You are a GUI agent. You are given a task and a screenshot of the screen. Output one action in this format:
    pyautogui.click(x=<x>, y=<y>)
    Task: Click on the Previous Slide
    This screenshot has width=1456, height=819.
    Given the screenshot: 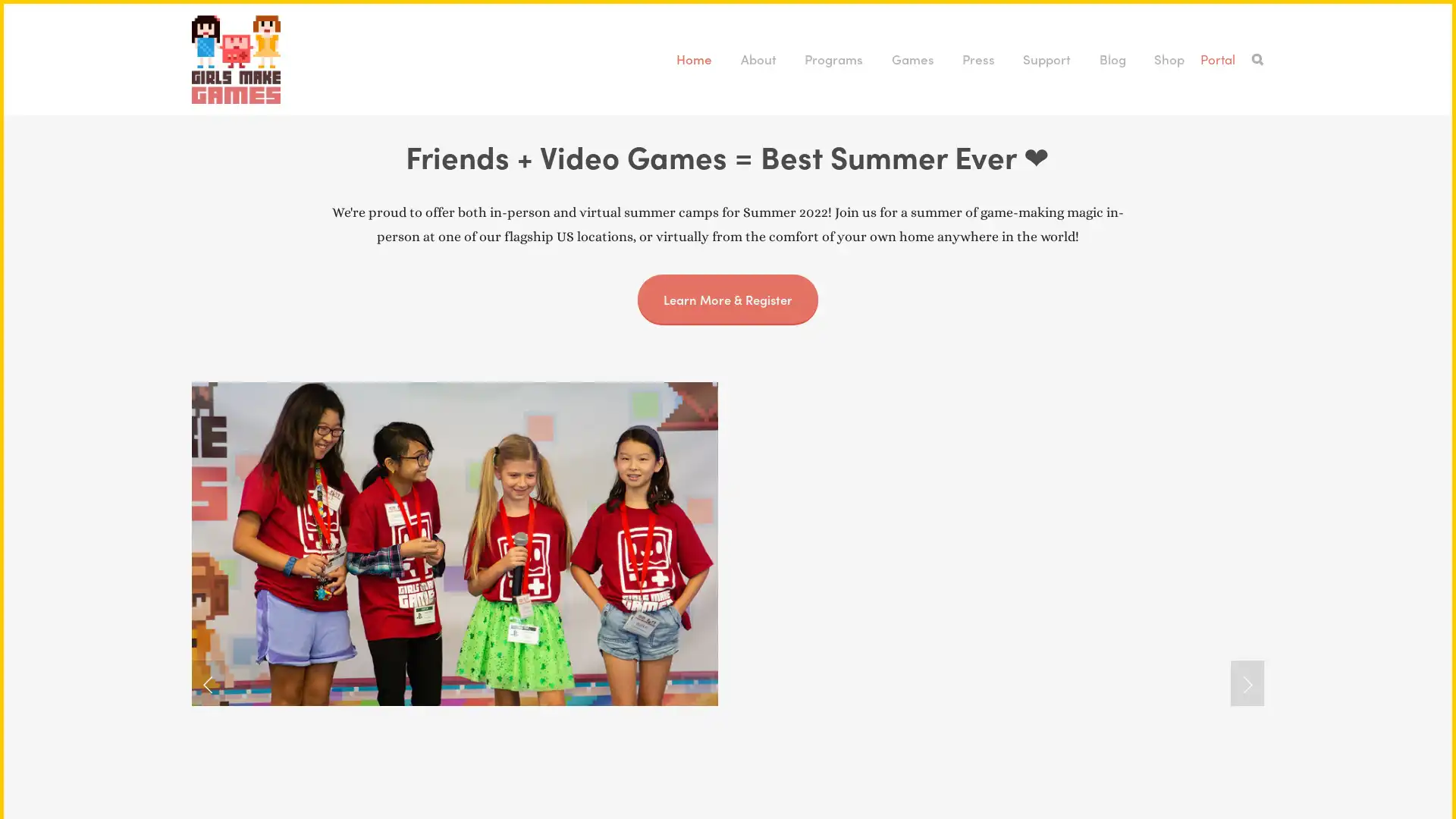 What is the action you would take?
    pyautogui.click(x=207, y=683)
    